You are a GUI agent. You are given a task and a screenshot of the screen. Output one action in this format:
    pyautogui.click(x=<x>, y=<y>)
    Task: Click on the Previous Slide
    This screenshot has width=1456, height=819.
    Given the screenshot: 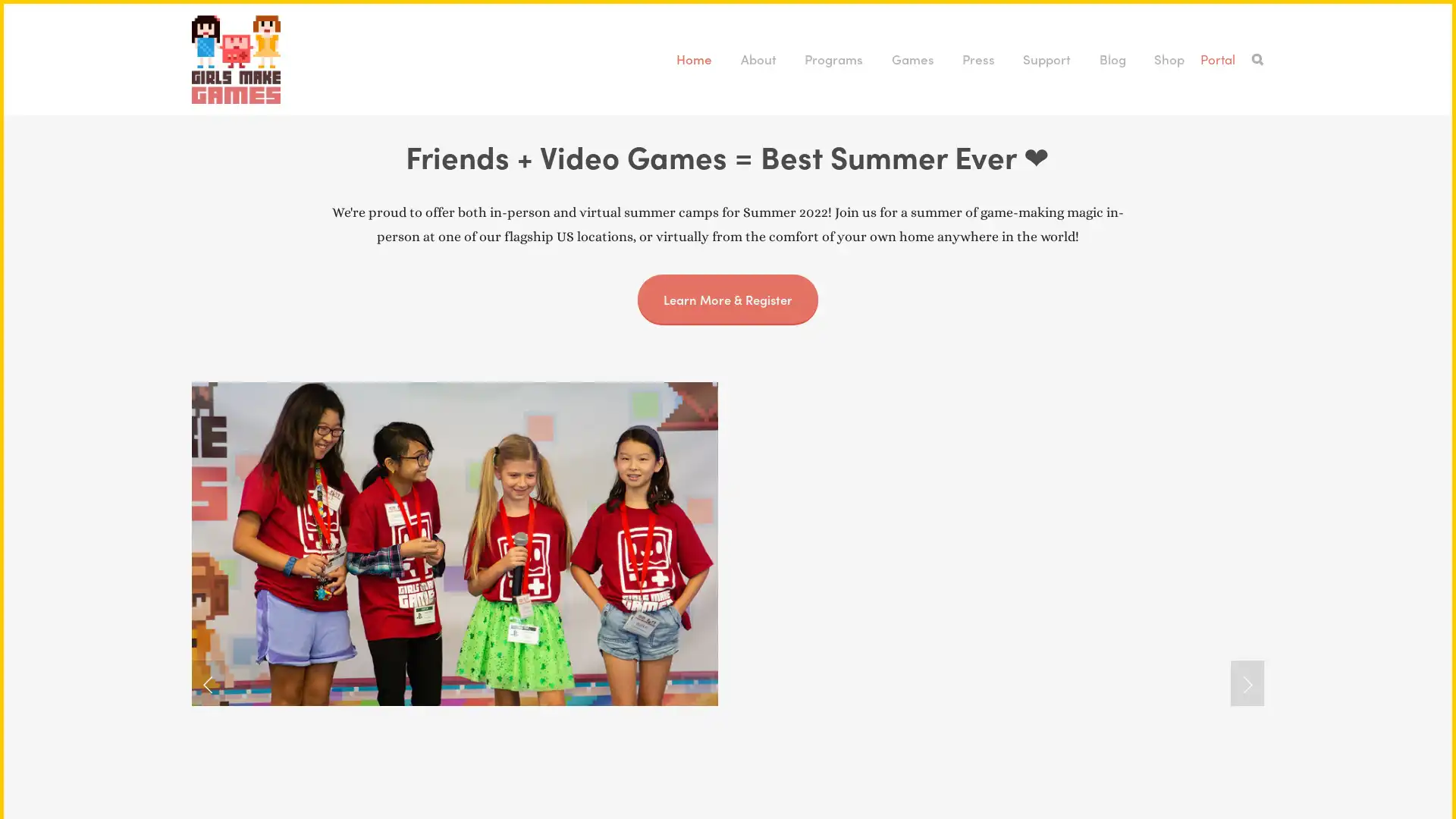 What is the action you would take?
    pyautogui.click(x=207, y=683)
    